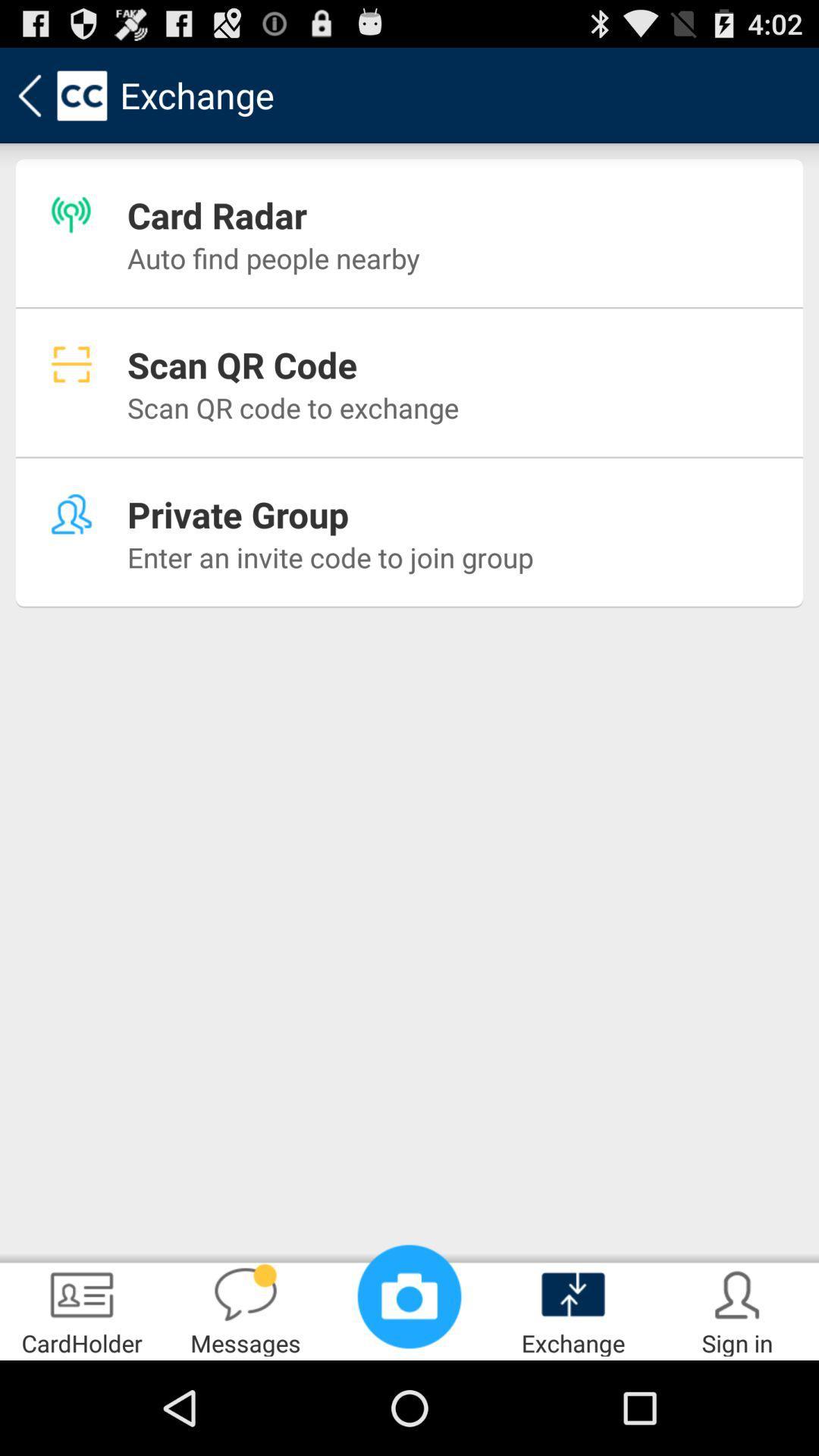 This screenshot has height=1456, width=819. Describe the element at coordinates (736, 1309) in the screenshot. I see `icon to the right of the exchange icon` at that location.